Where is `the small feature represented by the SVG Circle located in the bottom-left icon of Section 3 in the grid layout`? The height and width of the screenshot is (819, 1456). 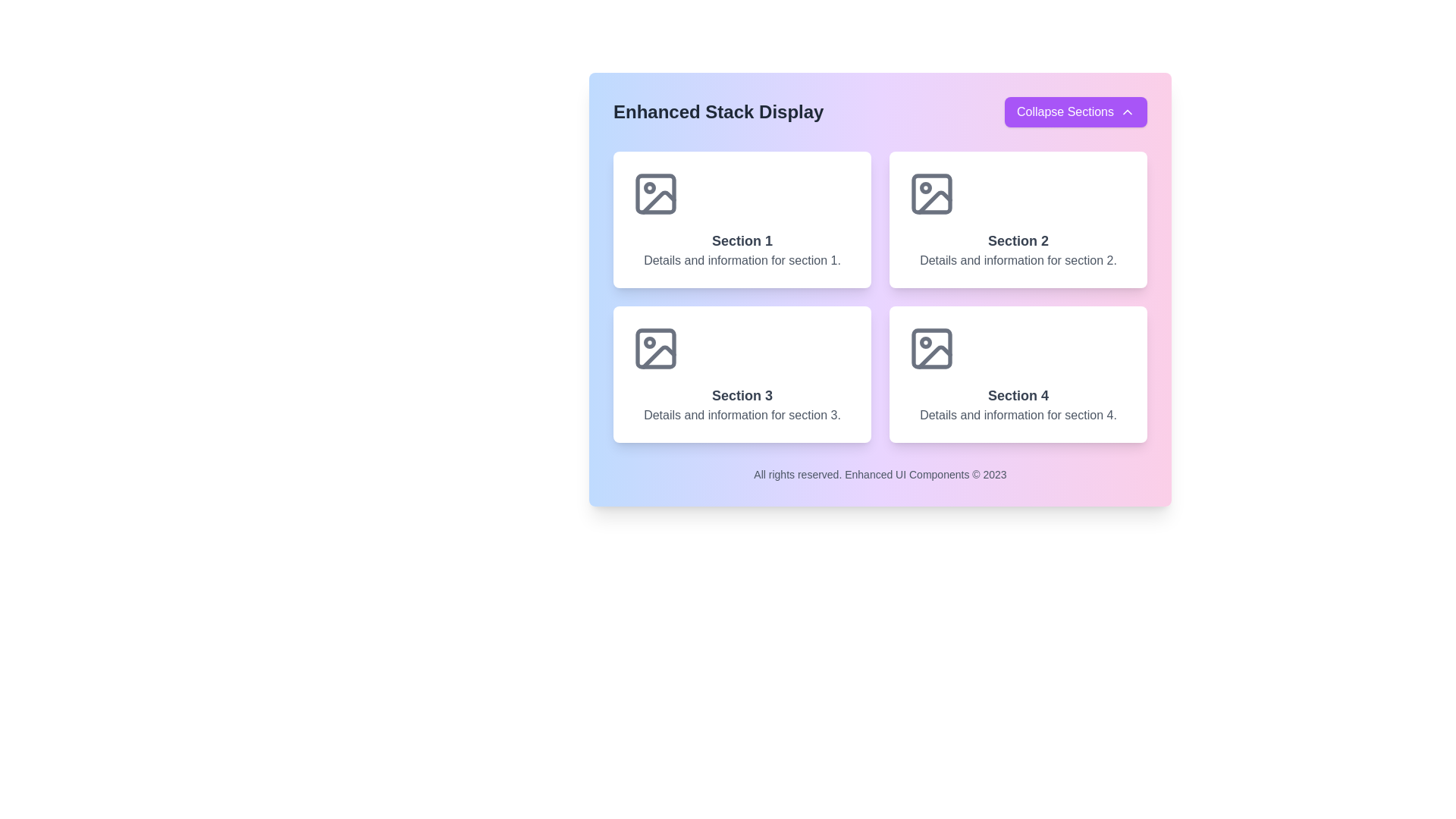
the small feature represented by the SVG Circle located in the bottom-left icon of Section 3 in the grid layout is located at coordinates (650, 342).